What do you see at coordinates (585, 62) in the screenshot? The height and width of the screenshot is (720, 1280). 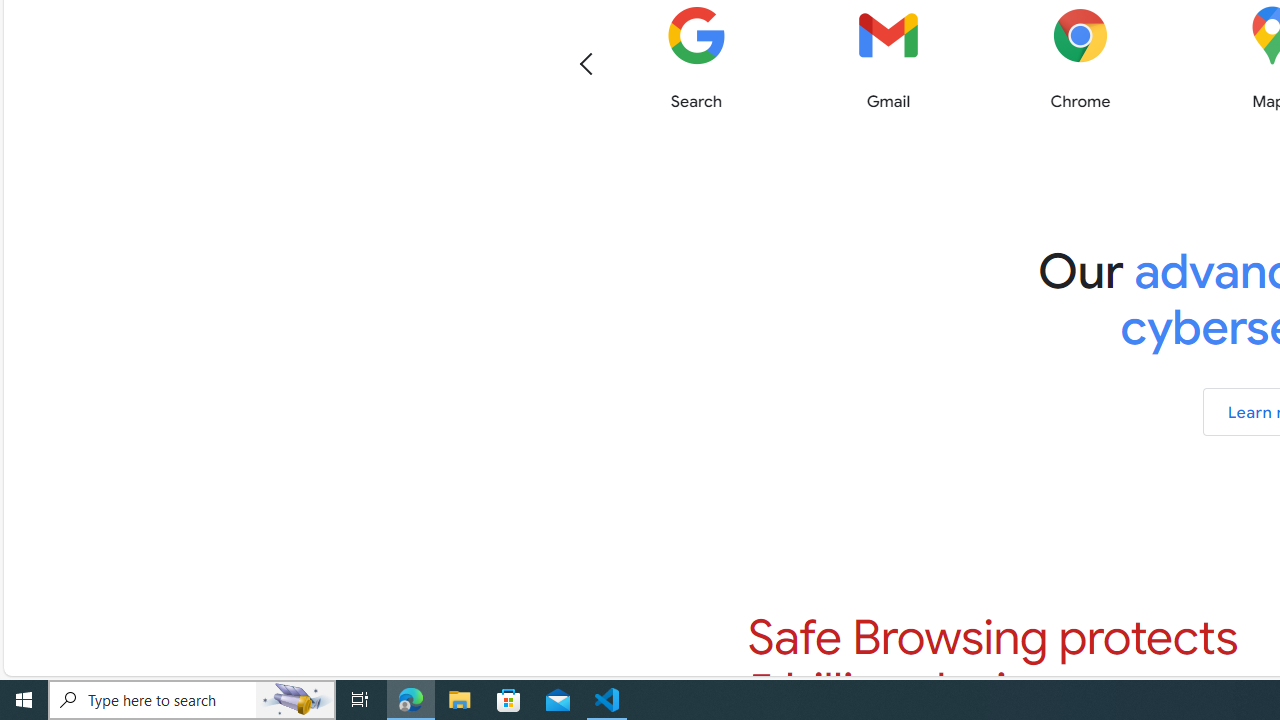 I see `'Previous'` at bounding box center [585, 62].